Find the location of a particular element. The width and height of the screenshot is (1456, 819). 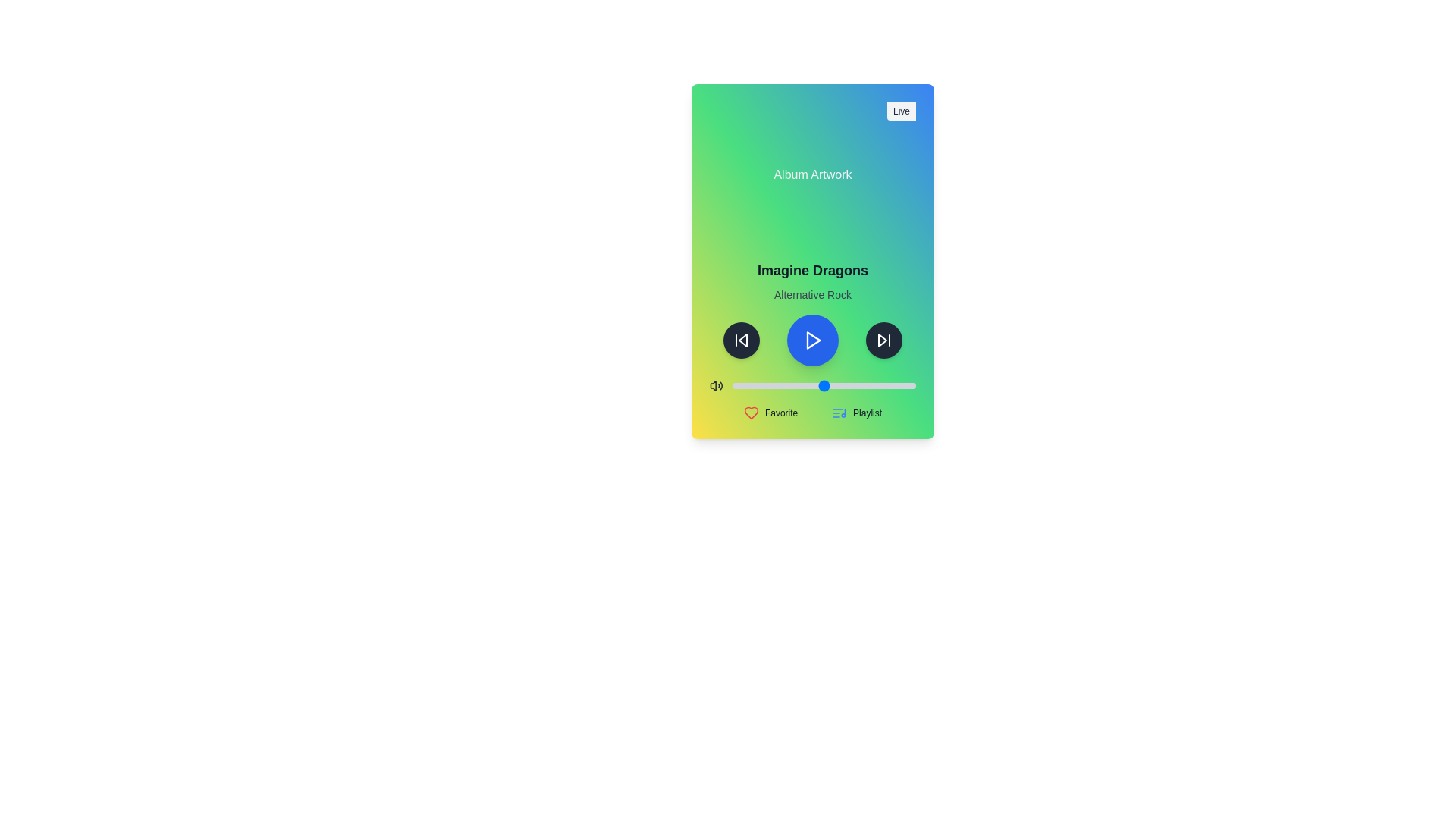

text displayed in the text label that says 'Album Artwork', which is centrally aligned within a gradient-colored card interface is located at coordinates (811, 174).